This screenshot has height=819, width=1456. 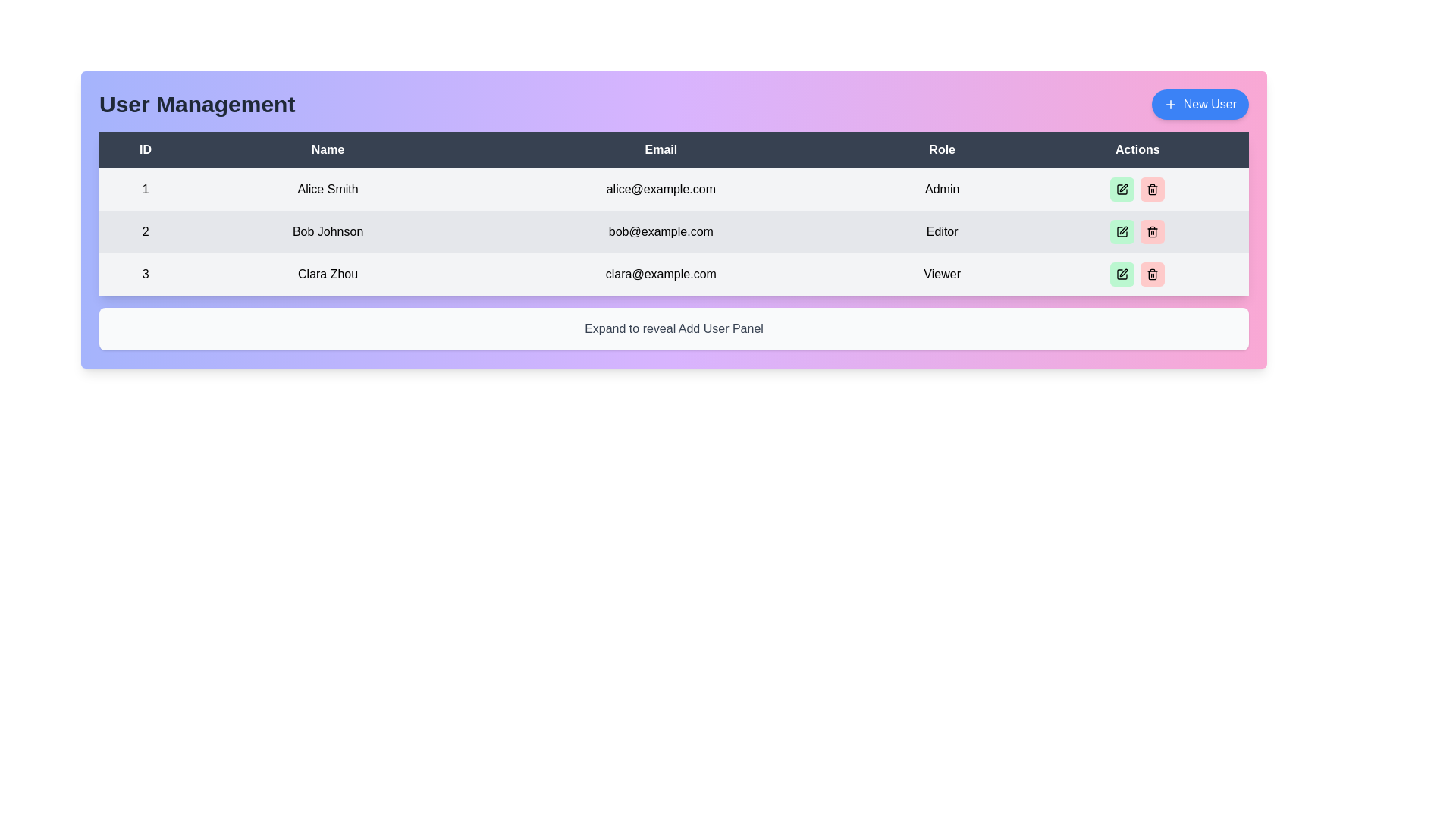 What do you see at coordinates (1122, 275) in the screenshot?
I see `the square icon featuring a pen inside, located within the light green rounded rectangular button in the last row of the table under the 'Actions' column` at bounding box center [1122, 275].